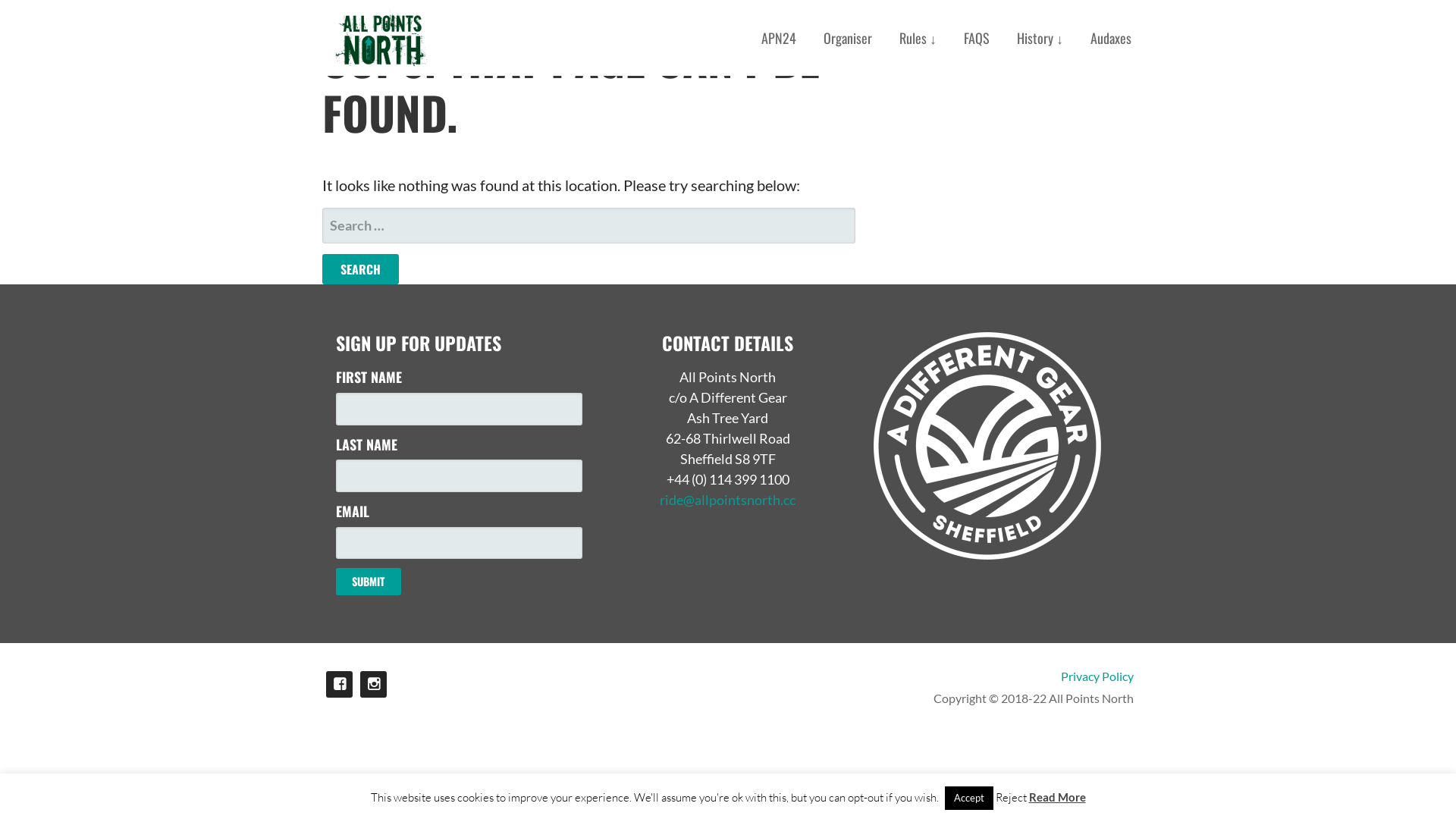 This screenshot has height=819, width=1456. Describe the element at coordinates (968, 797) in the screenshot. I see `'Accept'` at that location.